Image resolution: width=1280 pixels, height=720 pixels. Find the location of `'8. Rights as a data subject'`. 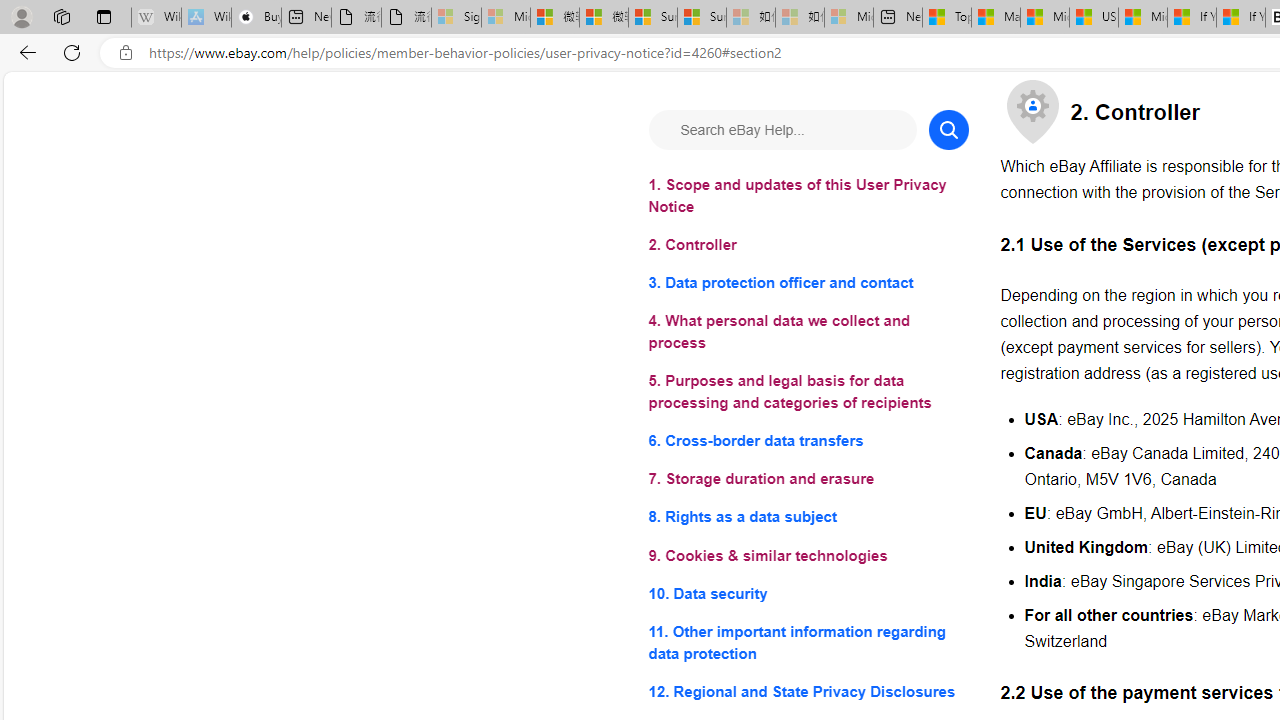

'8. Rights as a data subject' is located at coordinates (808, 516).